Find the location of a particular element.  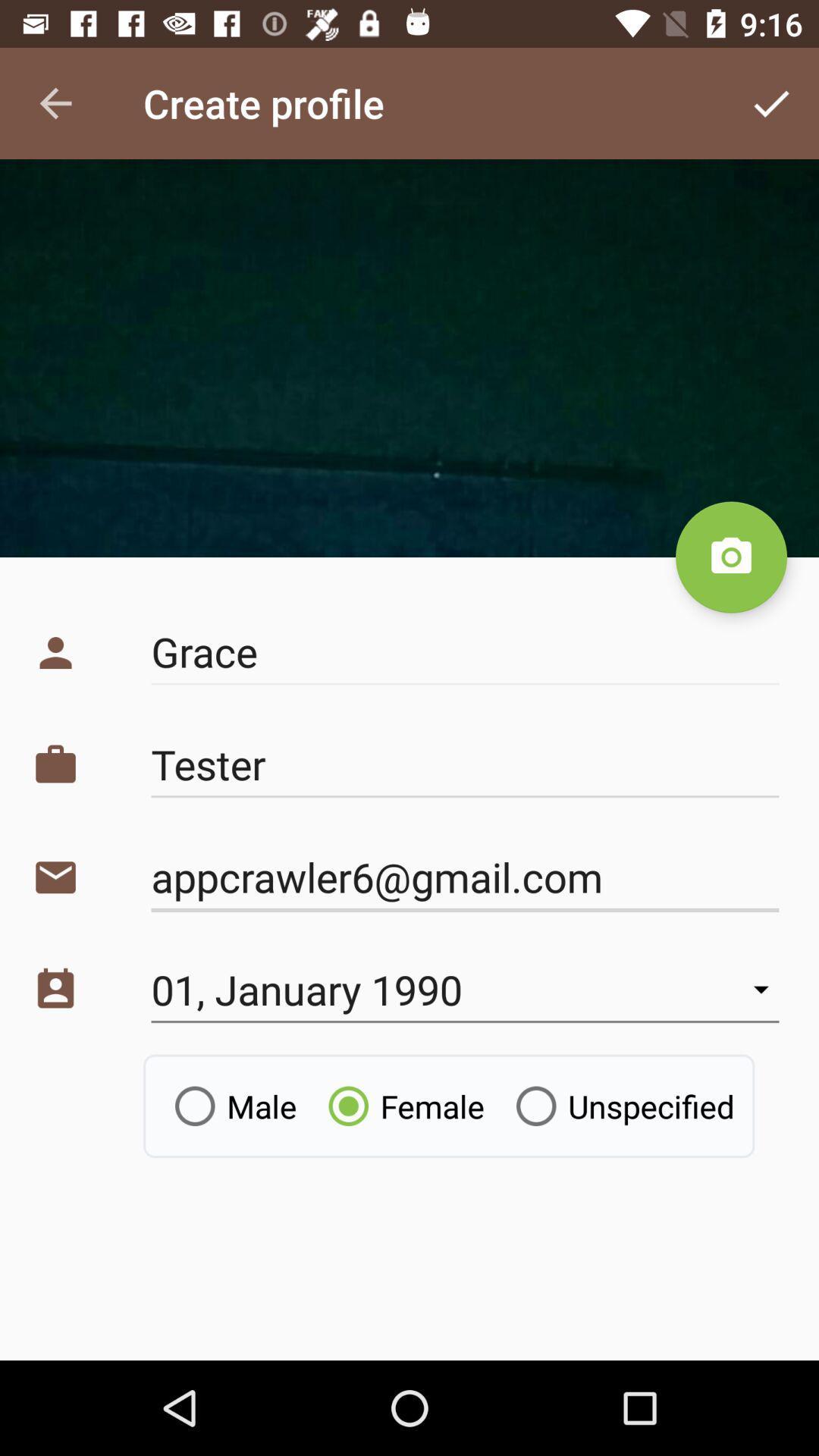

the photo icon is located at coordinates (730, 556).